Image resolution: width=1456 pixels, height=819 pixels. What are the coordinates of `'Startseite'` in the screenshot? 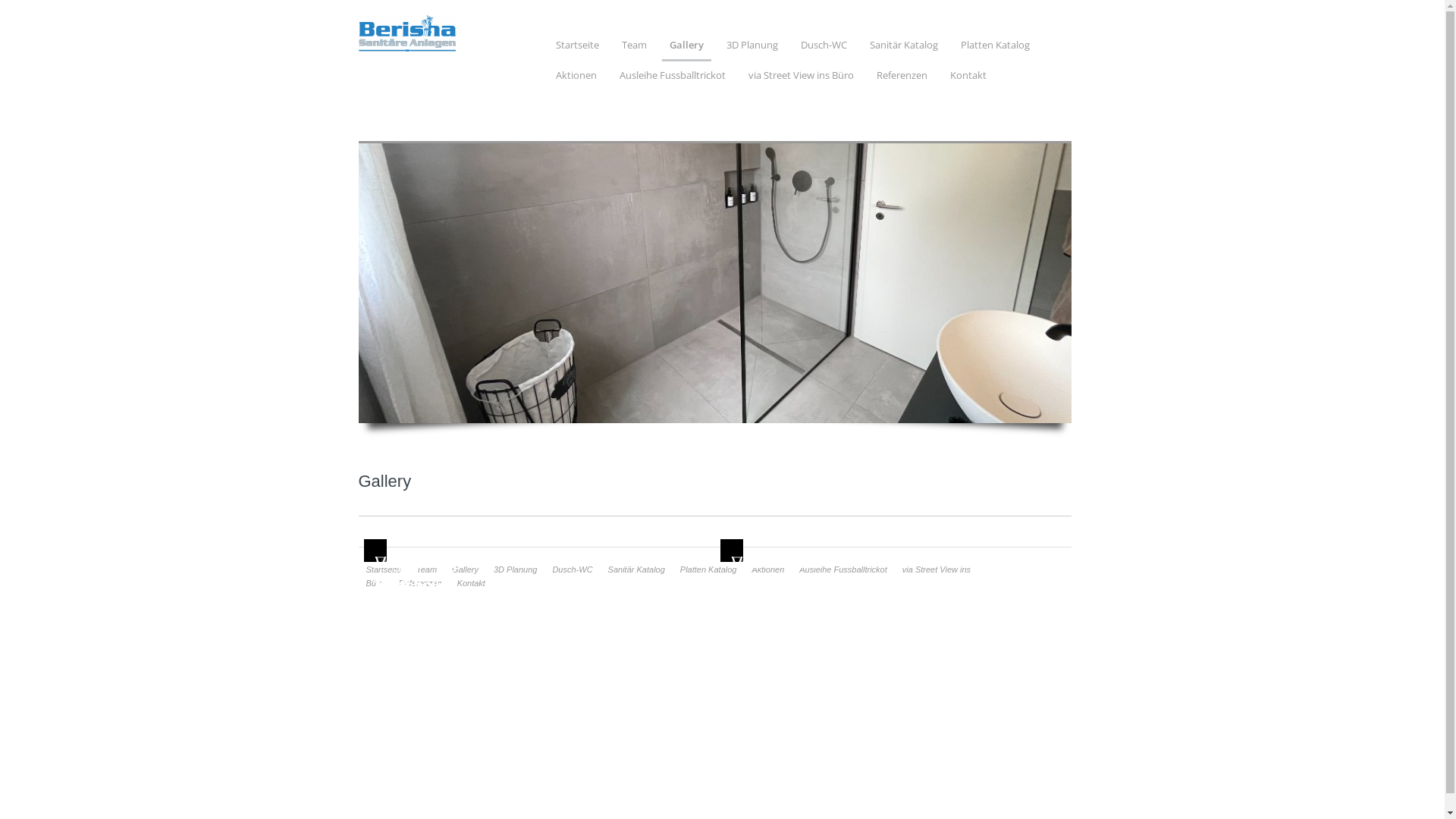 It's located at (576, 48).